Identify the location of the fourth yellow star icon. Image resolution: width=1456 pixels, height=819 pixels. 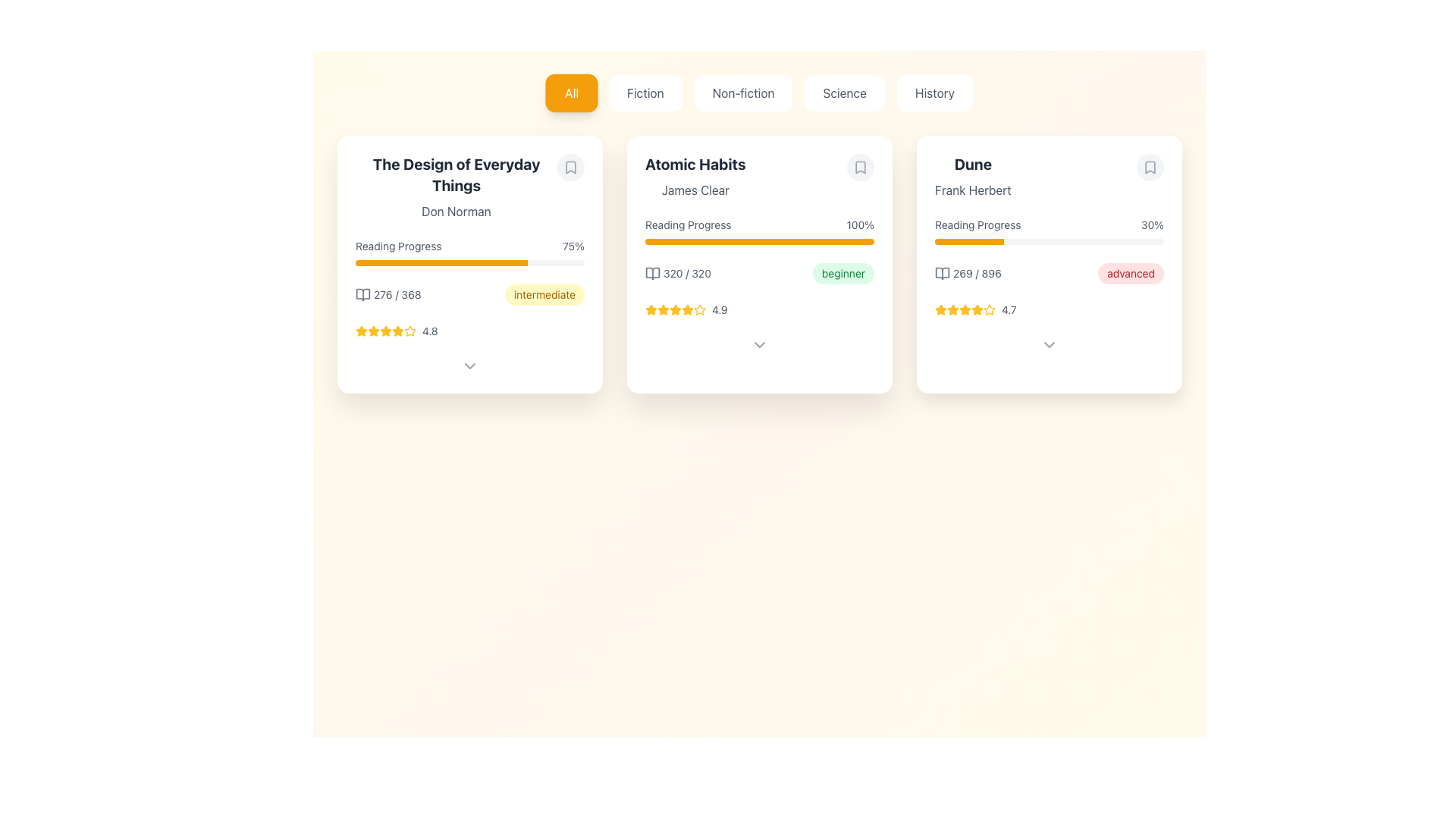
(698, 309).